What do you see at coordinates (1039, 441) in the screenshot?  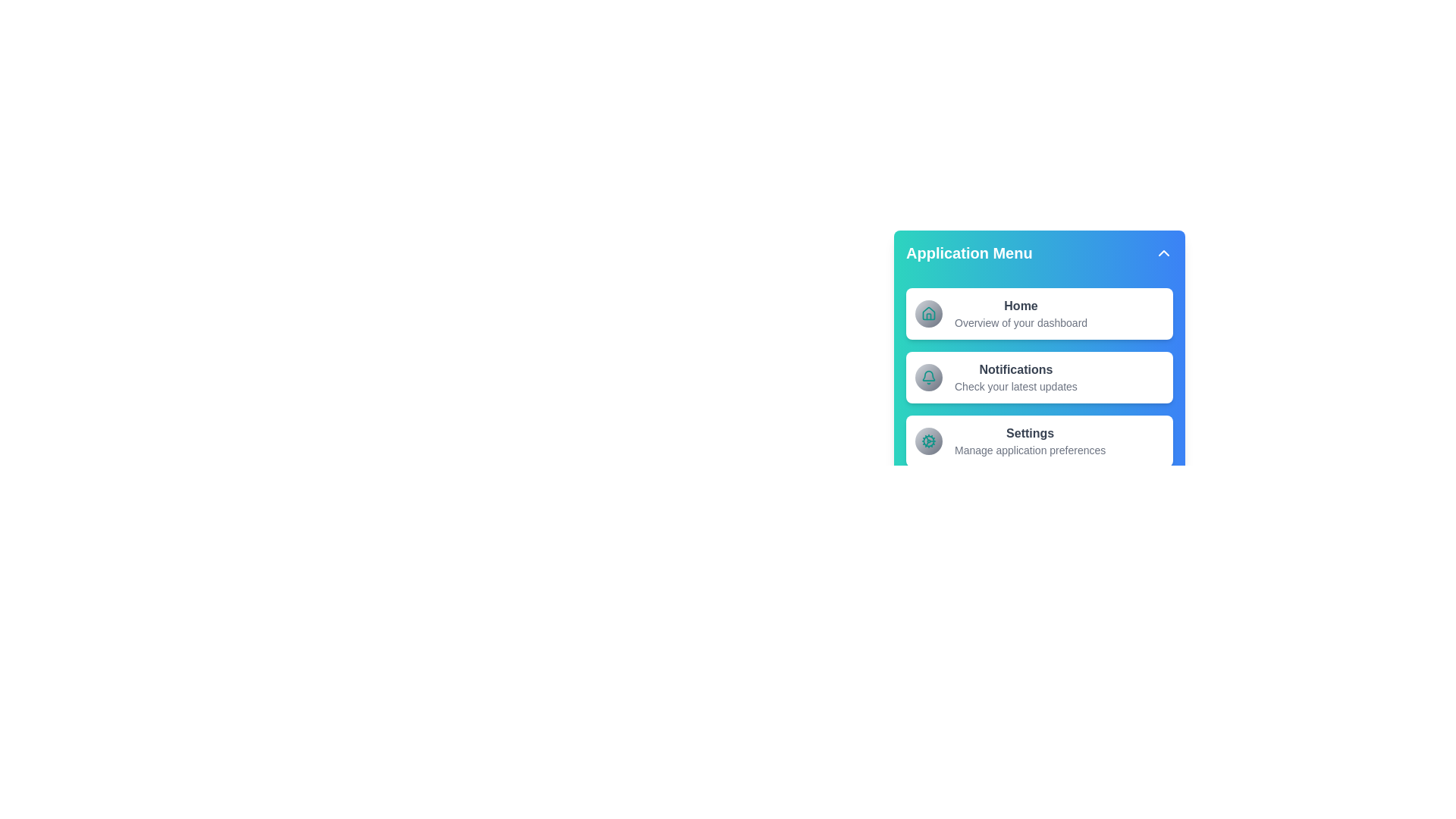 I see `the menu item Settings to view its hover effect` at bounding box center [1039, 441].